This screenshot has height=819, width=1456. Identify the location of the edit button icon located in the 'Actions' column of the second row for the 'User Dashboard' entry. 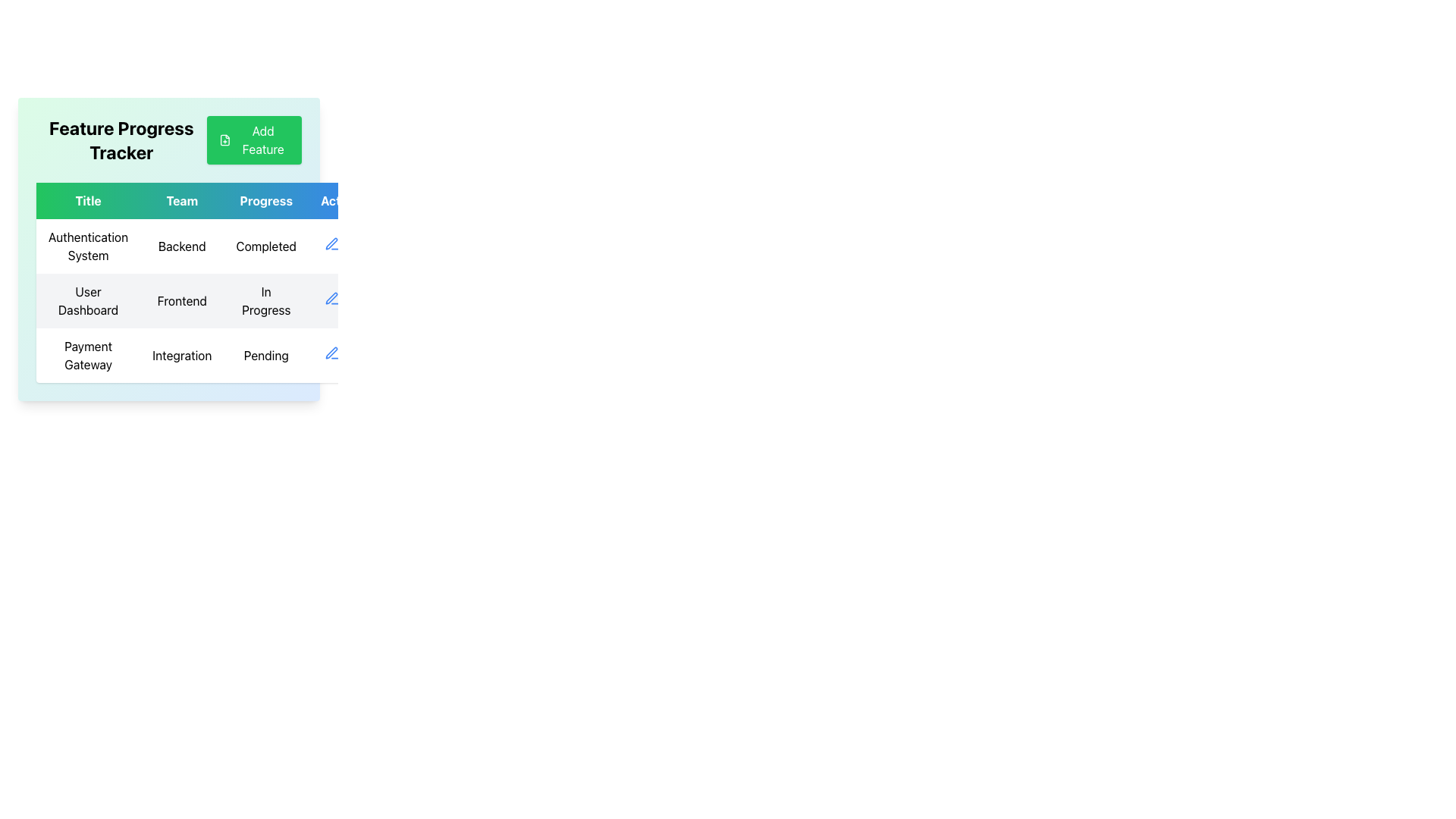
(331, 243).